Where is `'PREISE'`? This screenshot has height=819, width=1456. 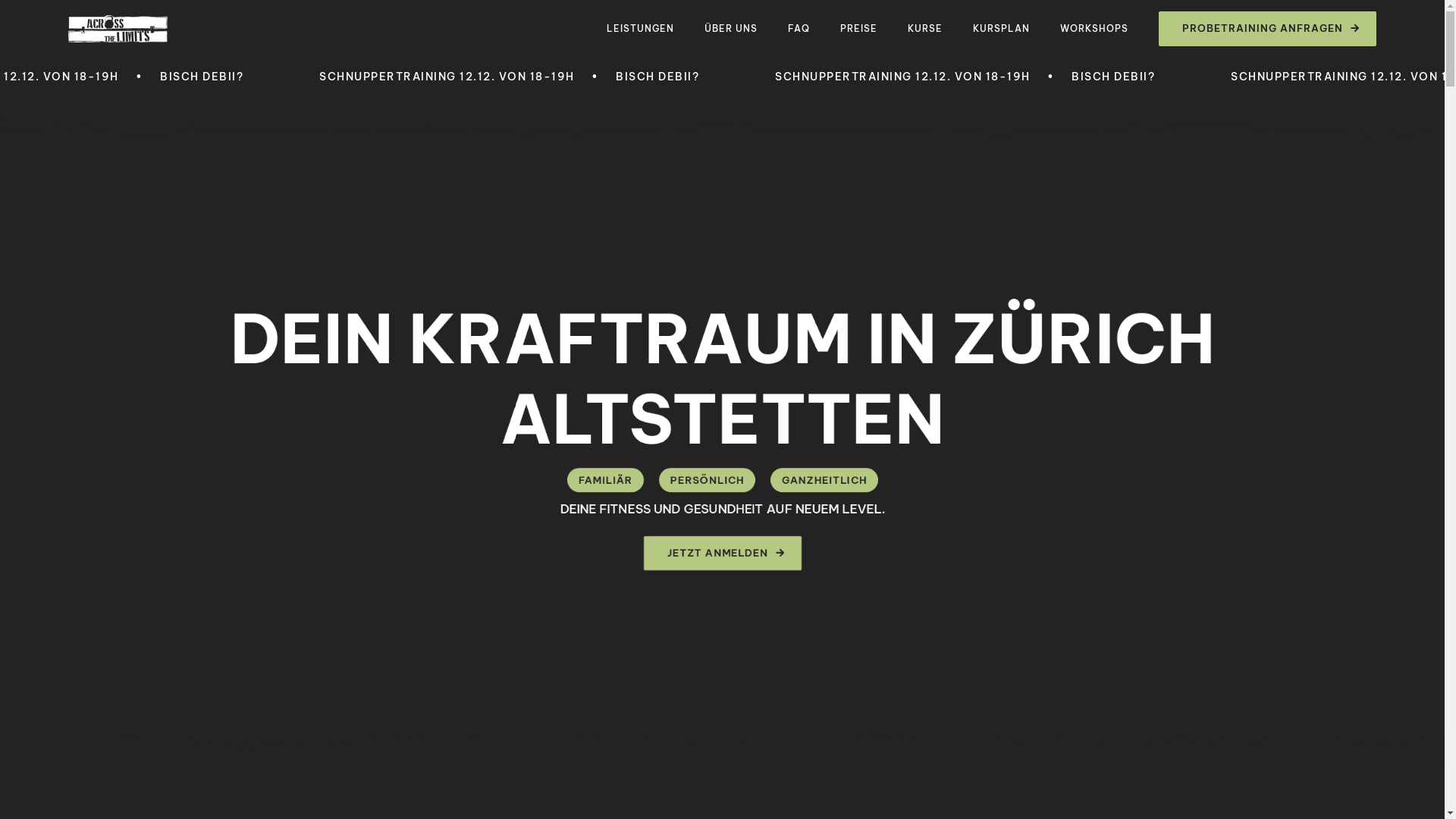 'PREISE' is located at coordinates (874, 29).